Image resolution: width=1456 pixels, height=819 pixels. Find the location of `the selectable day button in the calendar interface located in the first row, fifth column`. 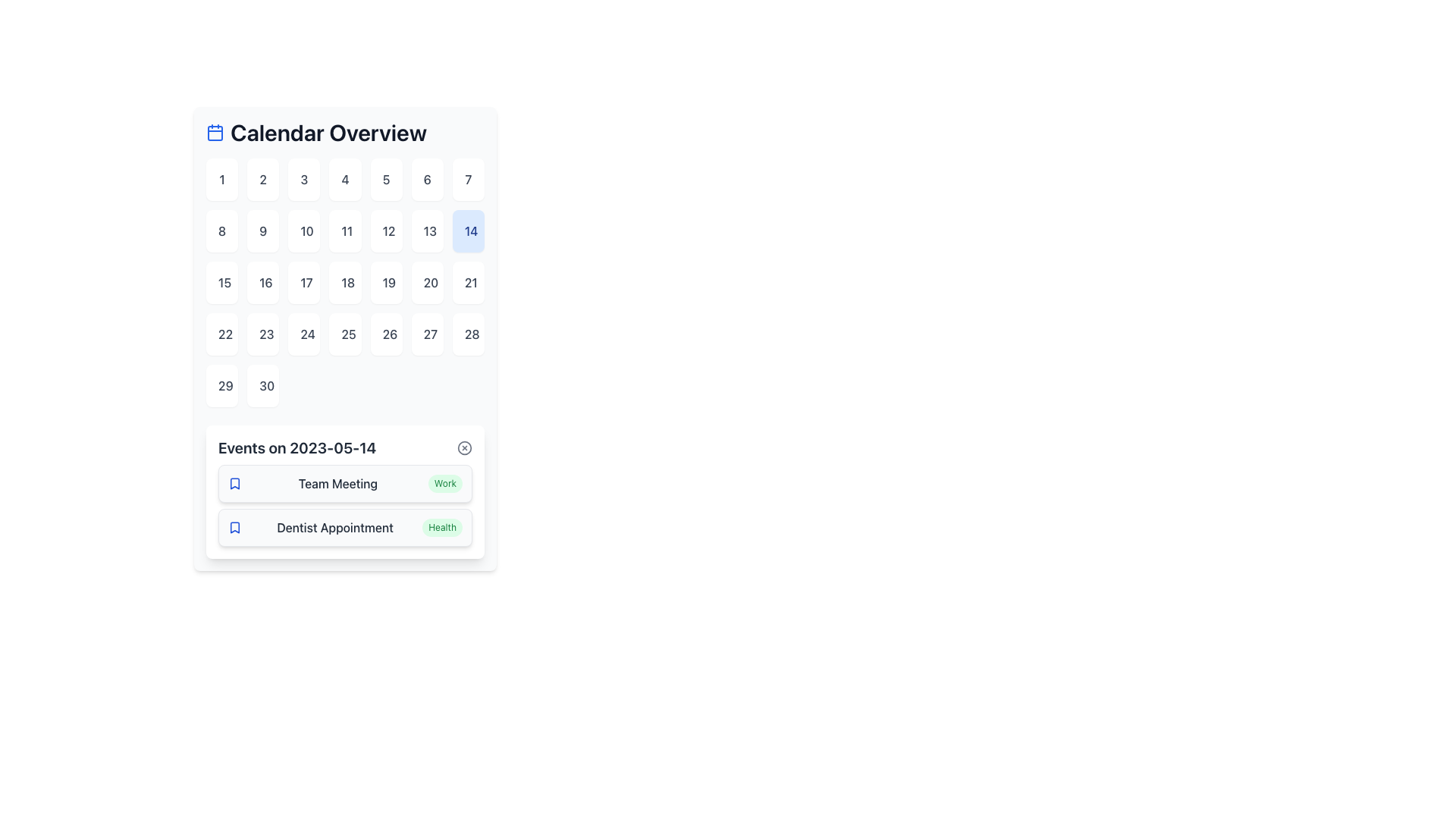

the selectable day button in the calendar interface located in the first row, fifth column is located at coordinates (386, 178).